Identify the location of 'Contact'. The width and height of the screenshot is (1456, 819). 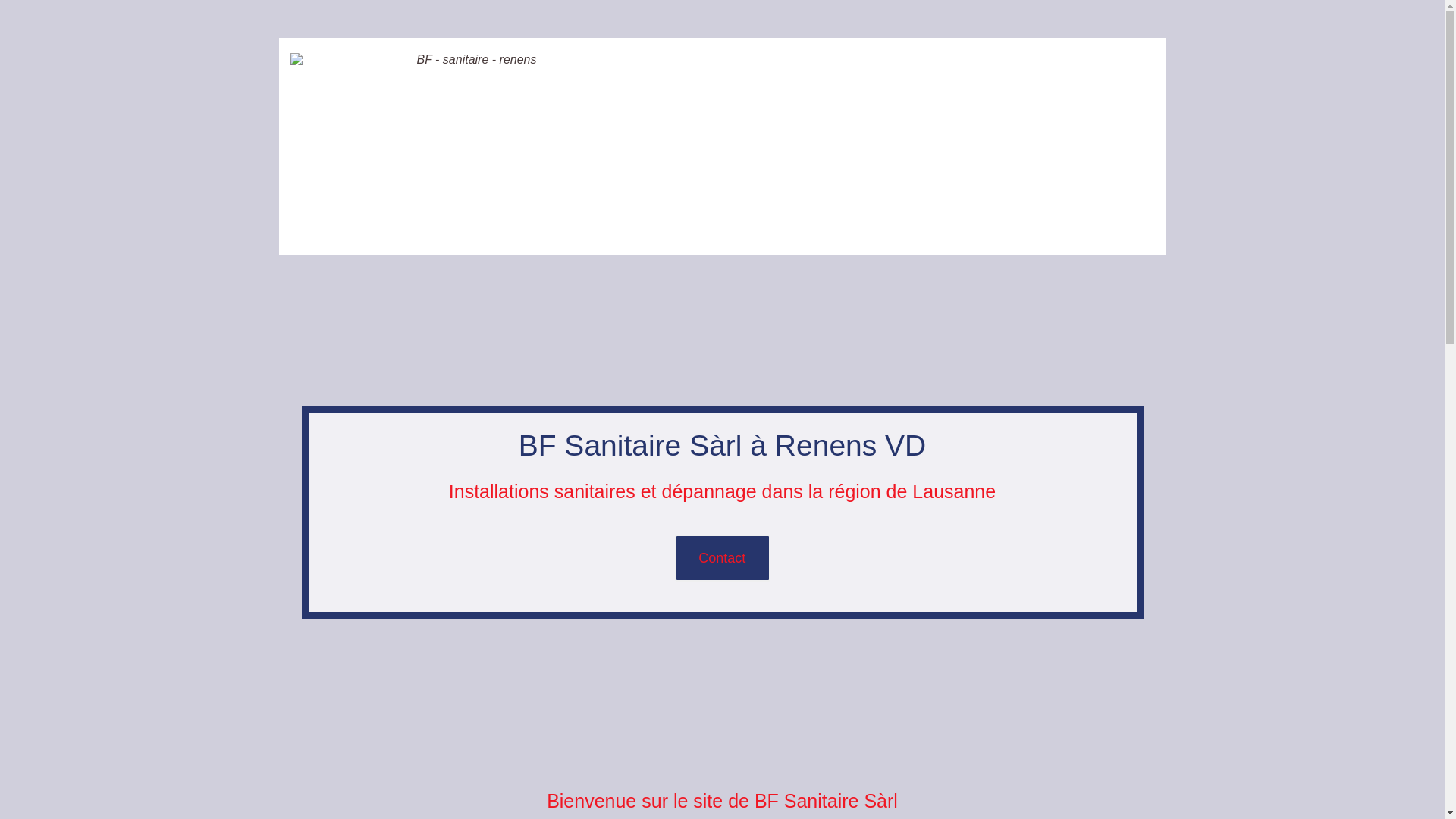
(722, 558).